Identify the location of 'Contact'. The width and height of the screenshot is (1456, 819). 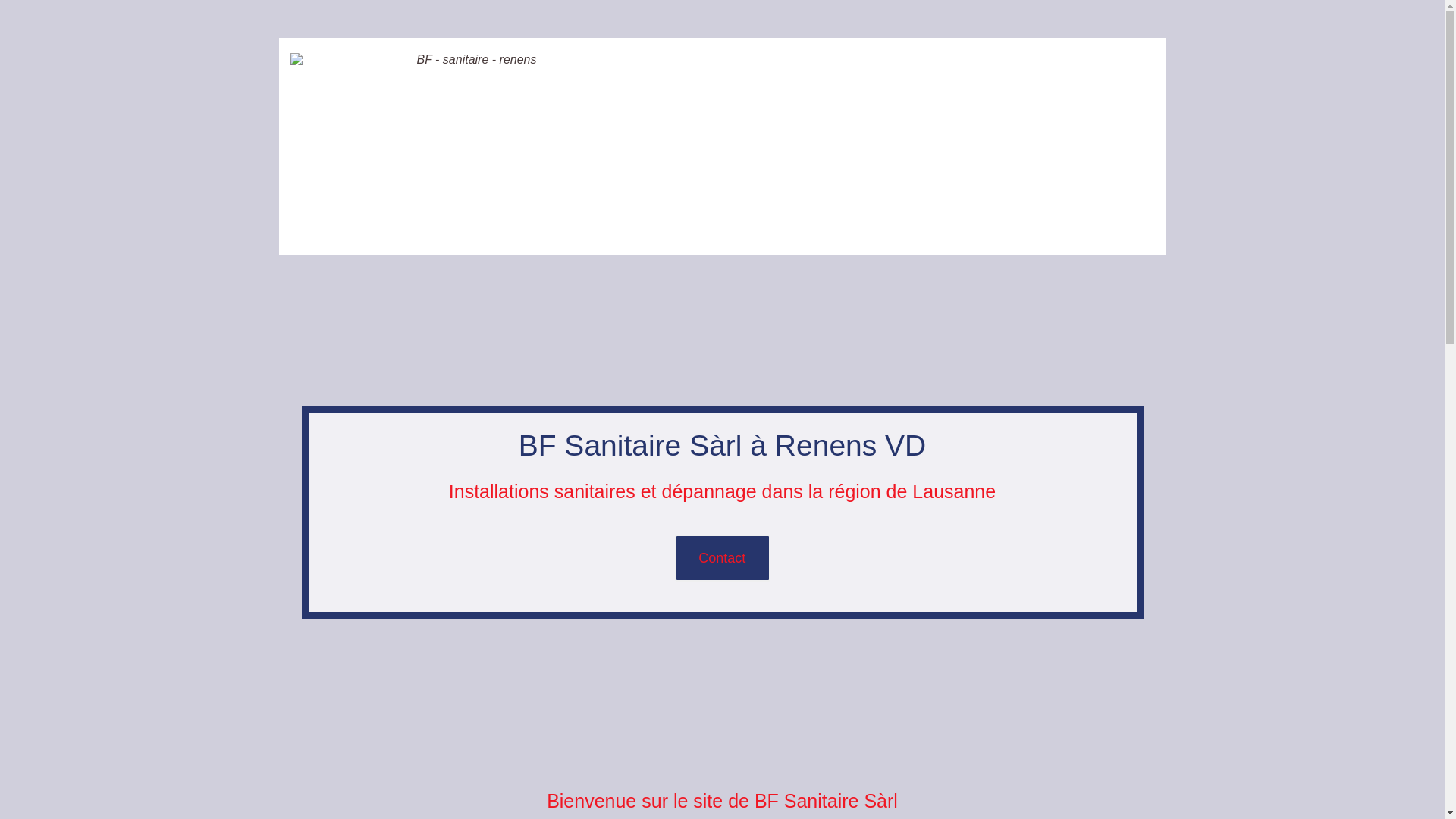
(722, 558).